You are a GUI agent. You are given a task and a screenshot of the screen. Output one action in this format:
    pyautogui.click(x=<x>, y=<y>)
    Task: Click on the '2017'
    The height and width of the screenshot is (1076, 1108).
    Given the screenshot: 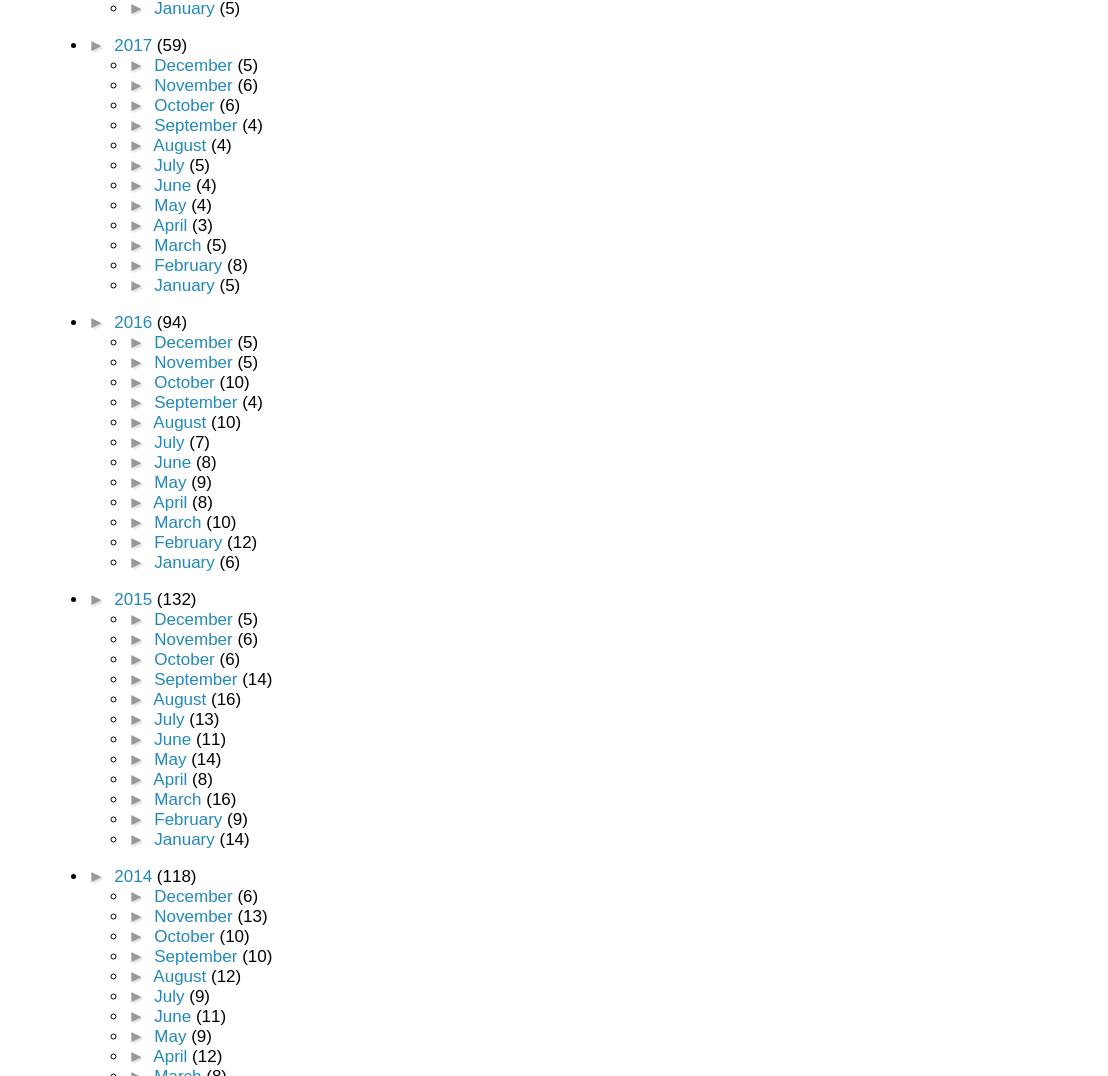 What is the action you would take?
    pyautogui.click(x=134, y=44)
    